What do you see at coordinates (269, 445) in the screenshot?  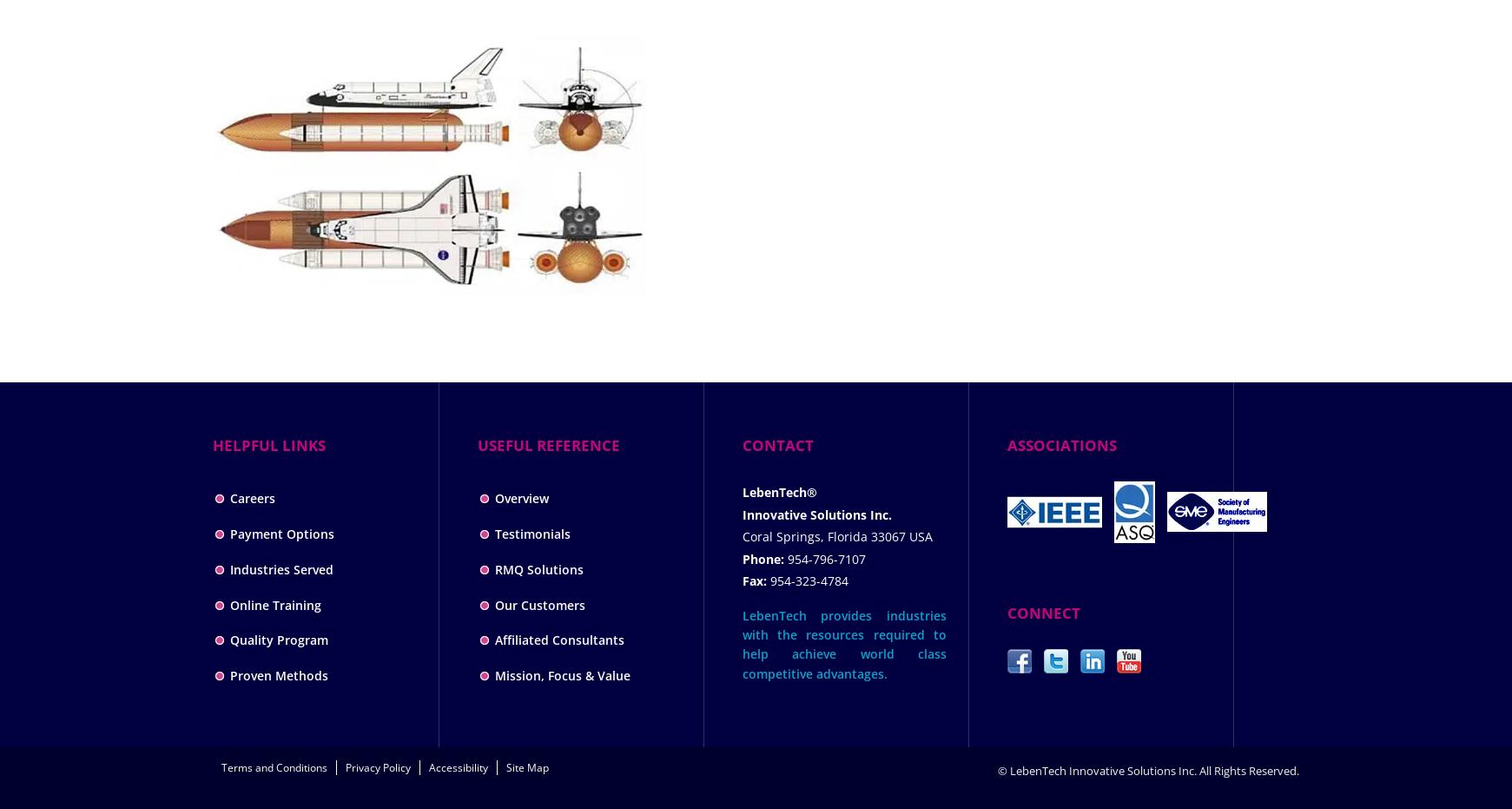 I see `'HELPFUL LINKS'` at bounding box center [269, 445].